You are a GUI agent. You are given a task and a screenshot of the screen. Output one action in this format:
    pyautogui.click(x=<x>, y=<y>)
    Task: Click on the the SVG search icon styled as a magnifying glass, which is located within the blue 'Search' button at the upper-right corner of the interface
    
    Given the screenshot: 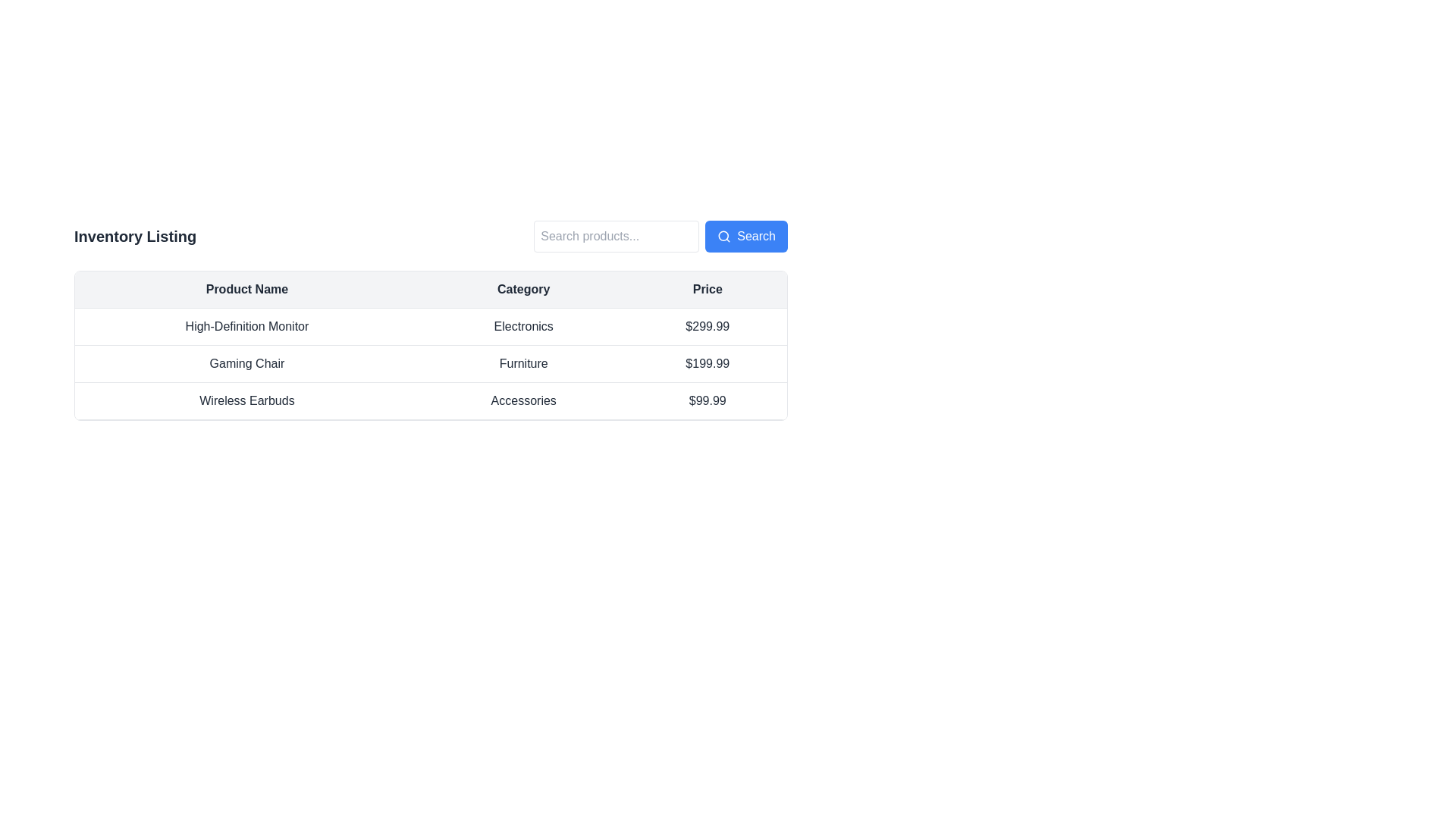 What is the action you would take?
    pyautogui.click(x=723, y=237)
    